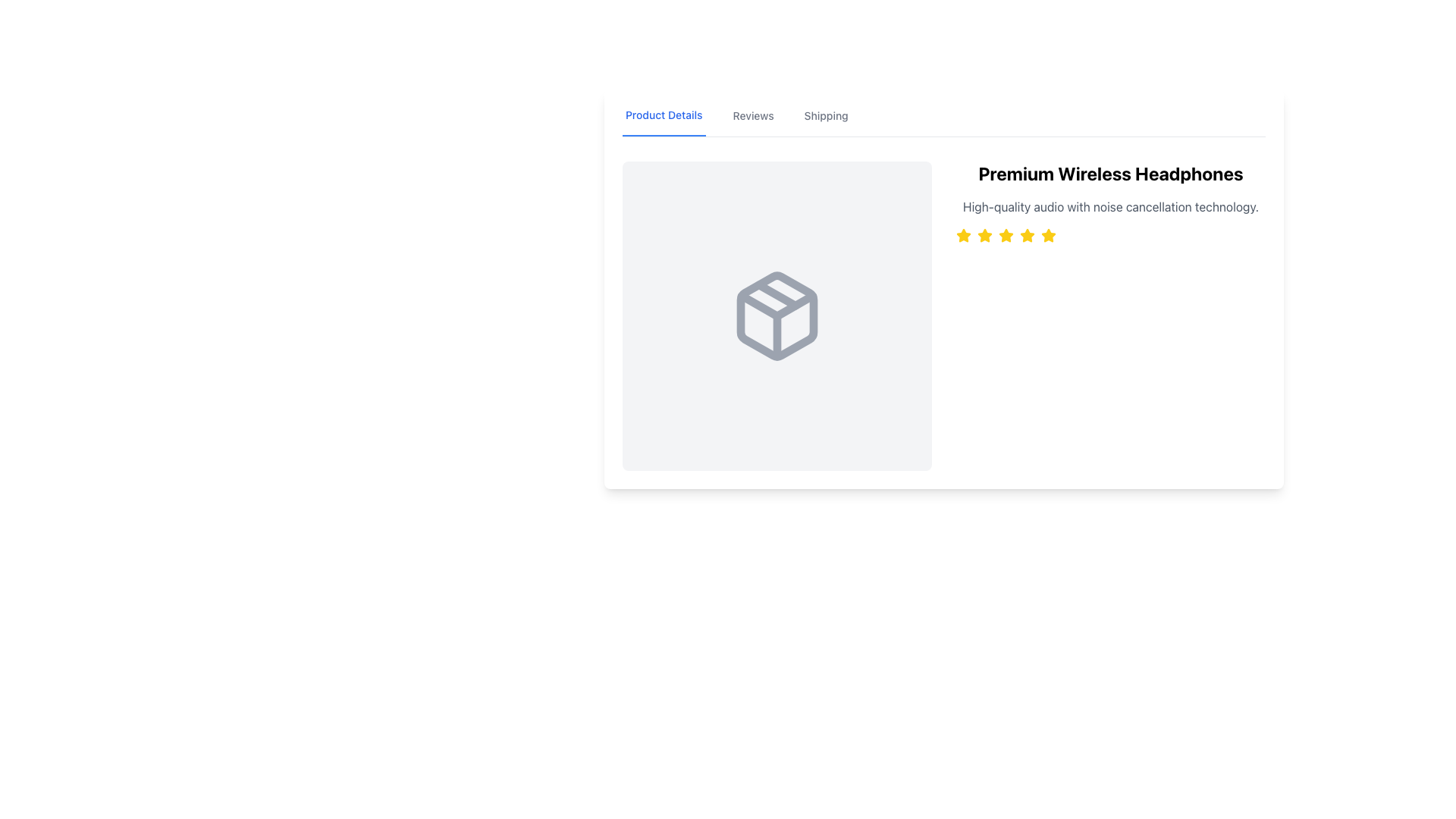 This screenshot has height=819, width=1456. What do you see at coordinates (664, 121) in the screenshot?
I see `the Navigation tab located in the top left section of the viewport` at bounding box center [664, 121].